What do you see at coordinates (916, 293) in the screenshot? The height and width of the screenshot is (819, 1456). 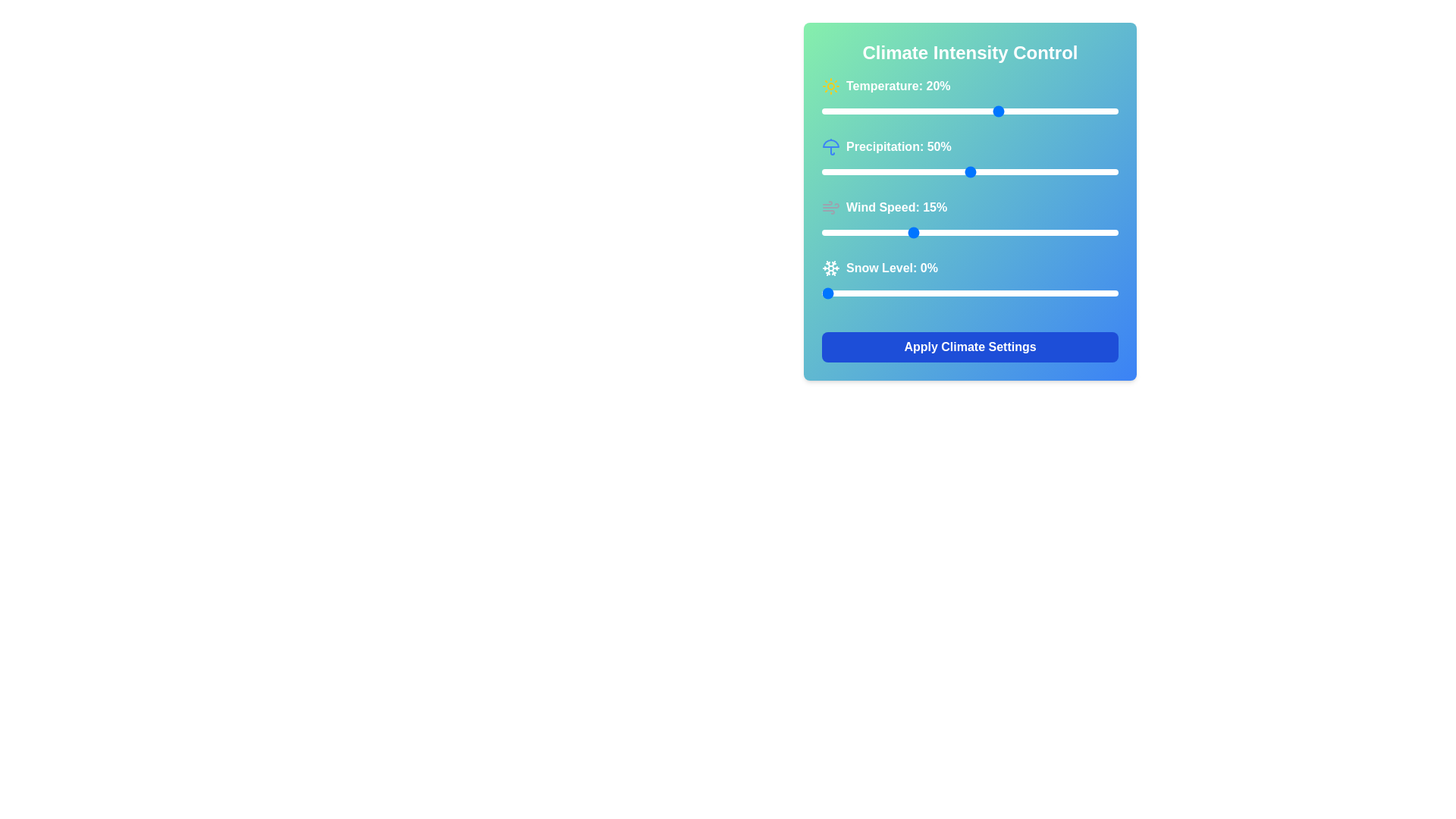 I see `the snow level` at bounding box center [916, 293].